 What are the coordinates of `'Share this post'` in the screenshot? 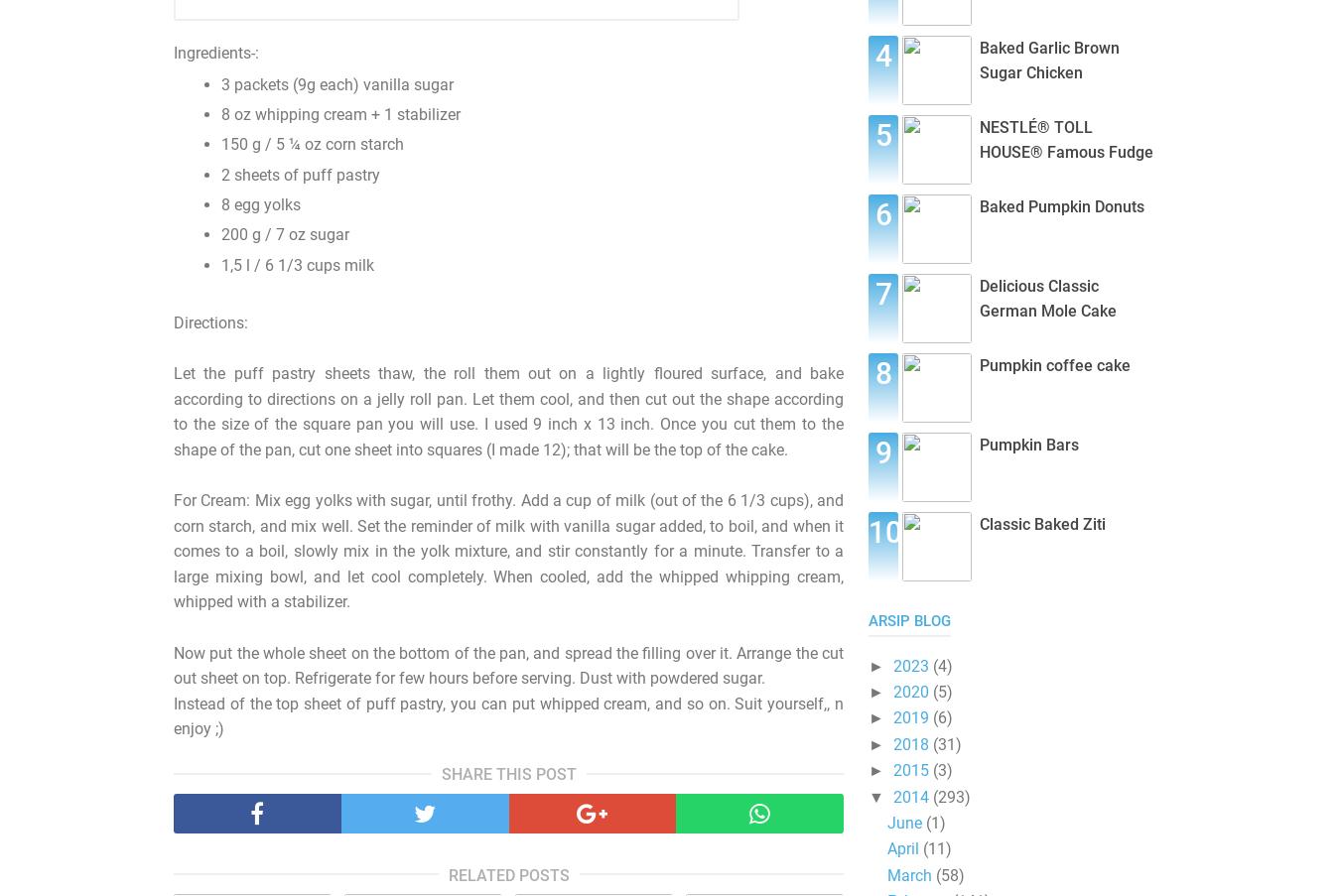 It's located at (507, 772).